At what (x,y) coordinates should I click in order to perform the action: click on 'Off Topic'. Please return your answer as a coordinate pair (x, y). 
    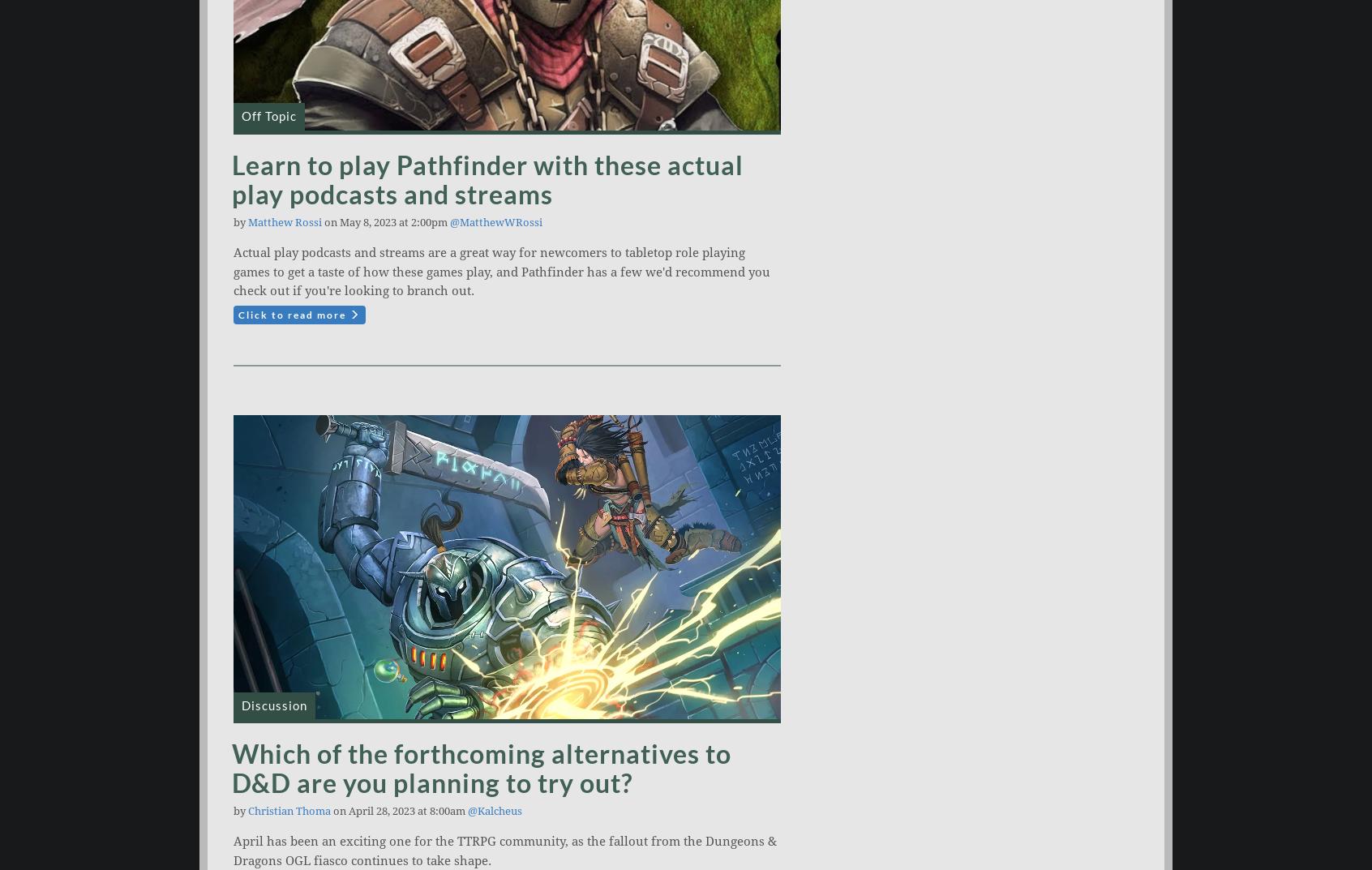
    Looking at the image, I should click on (268, 115).